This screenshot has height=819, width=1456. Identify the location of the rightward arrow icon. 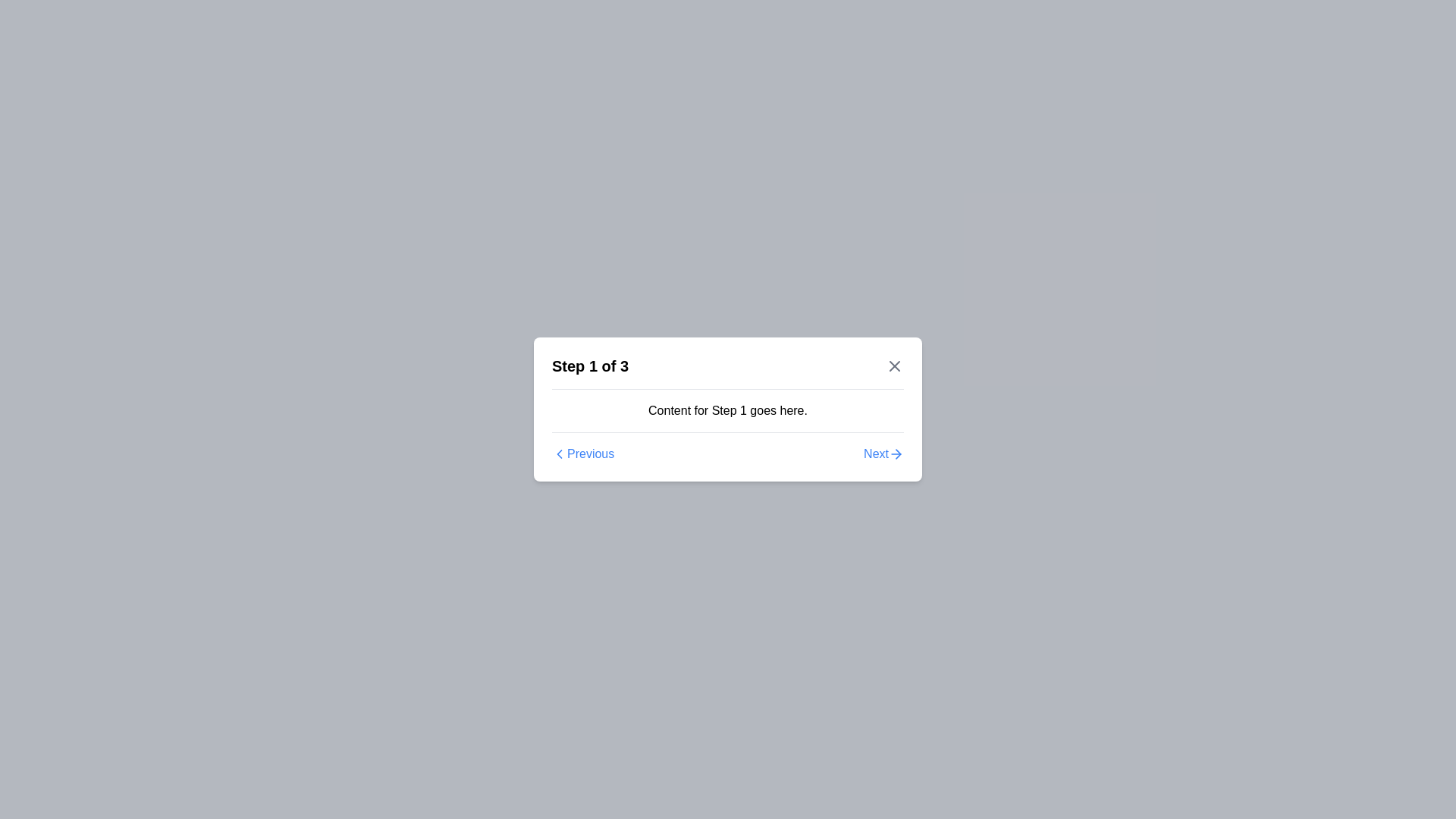
(896, 453).